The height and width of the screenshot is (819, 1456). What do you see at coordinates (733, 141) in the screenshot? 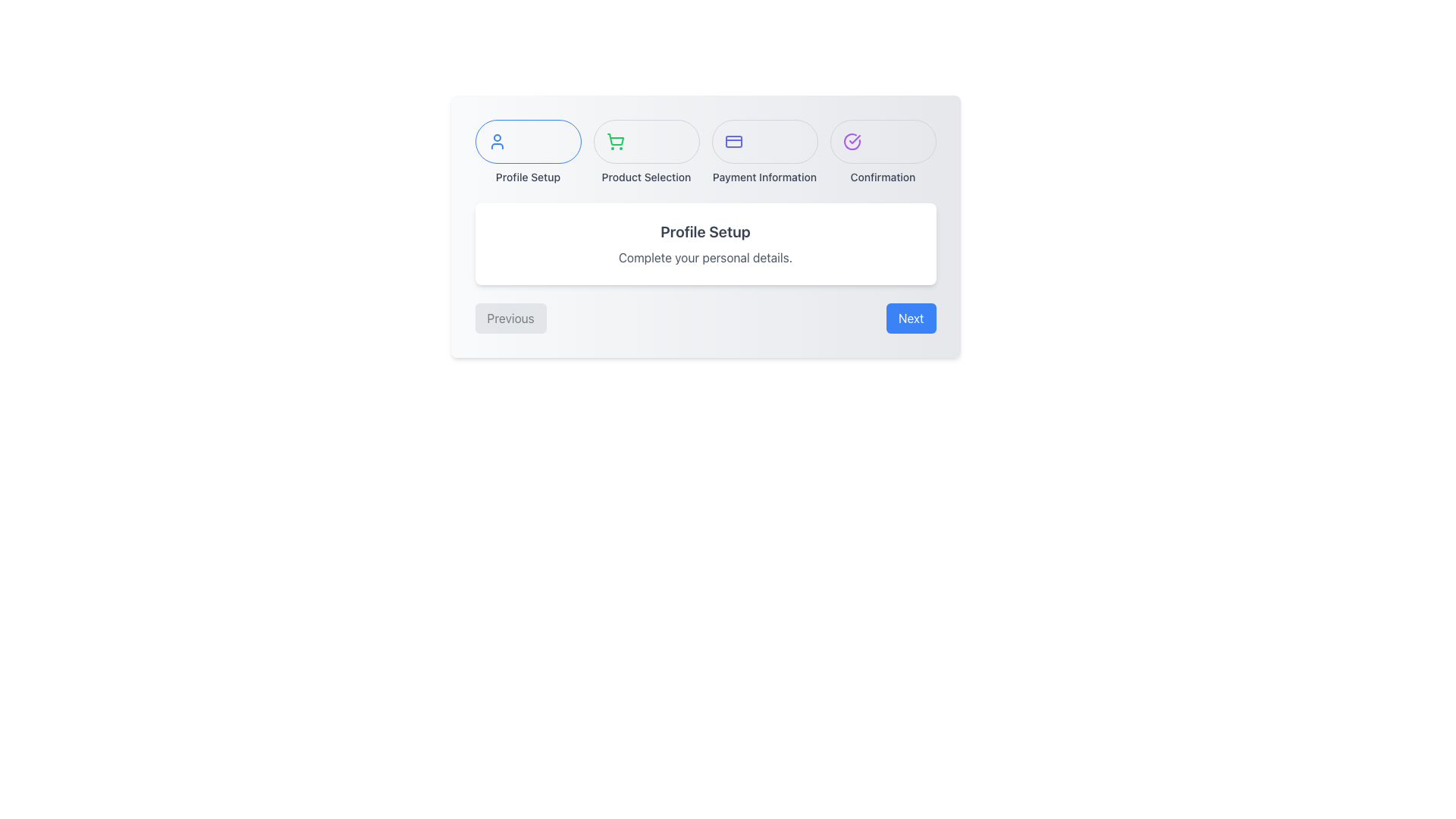
I see `the indigo credit card icon located in the navigation bar under the 'Payment Information' label` at bounding box center [733, 141].